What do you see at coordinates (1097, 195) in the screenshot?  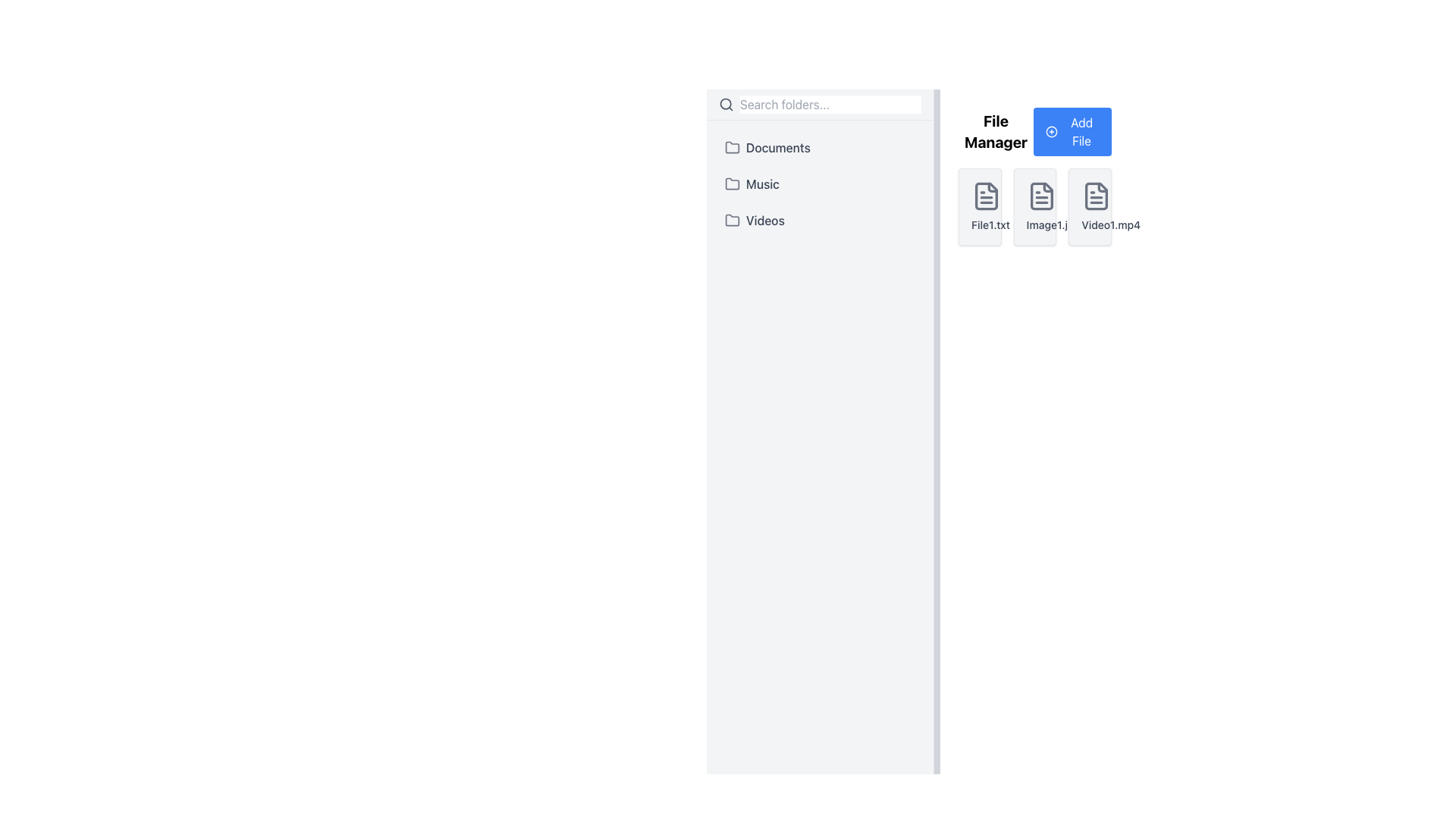 I see `the gray file icon representing the text-based file within the 'Video1.mp4' card` at bounding box center [1097, 195].